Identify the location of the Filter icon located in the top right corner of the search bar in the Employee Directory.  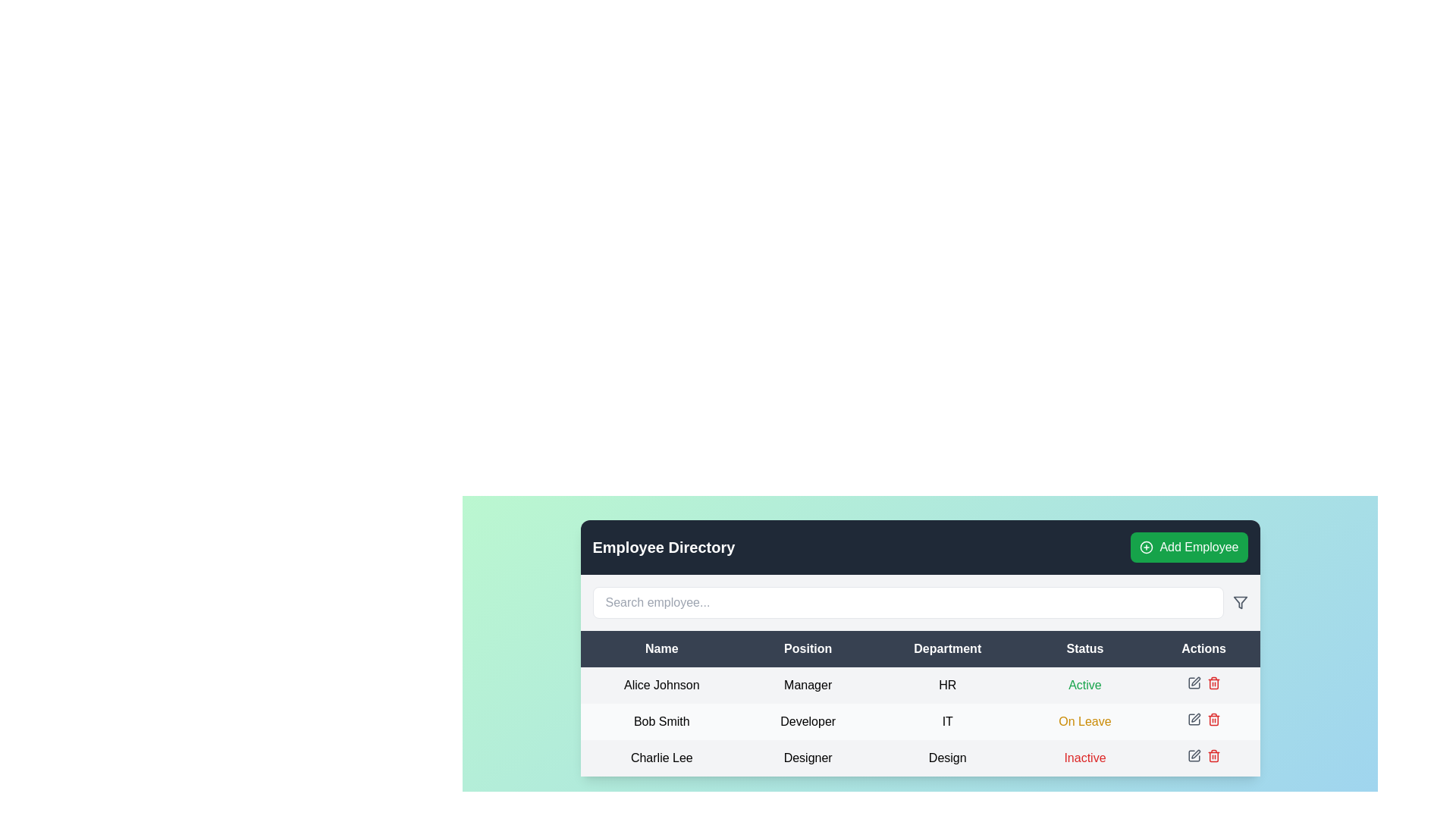
(1240, 601).